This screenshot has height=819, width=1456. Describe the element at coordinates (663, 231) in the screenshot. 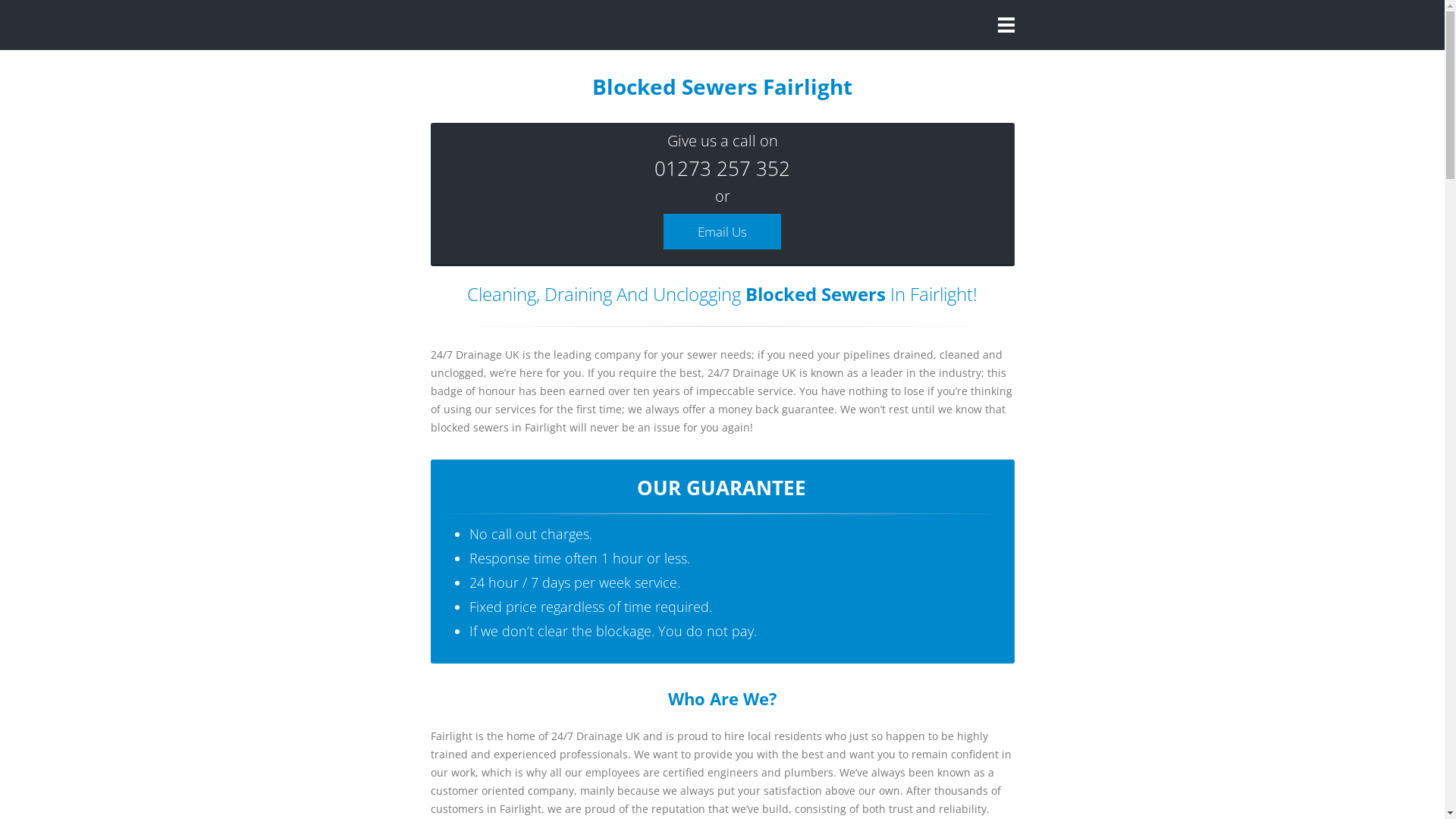

I see `'Email Us'` at that location.